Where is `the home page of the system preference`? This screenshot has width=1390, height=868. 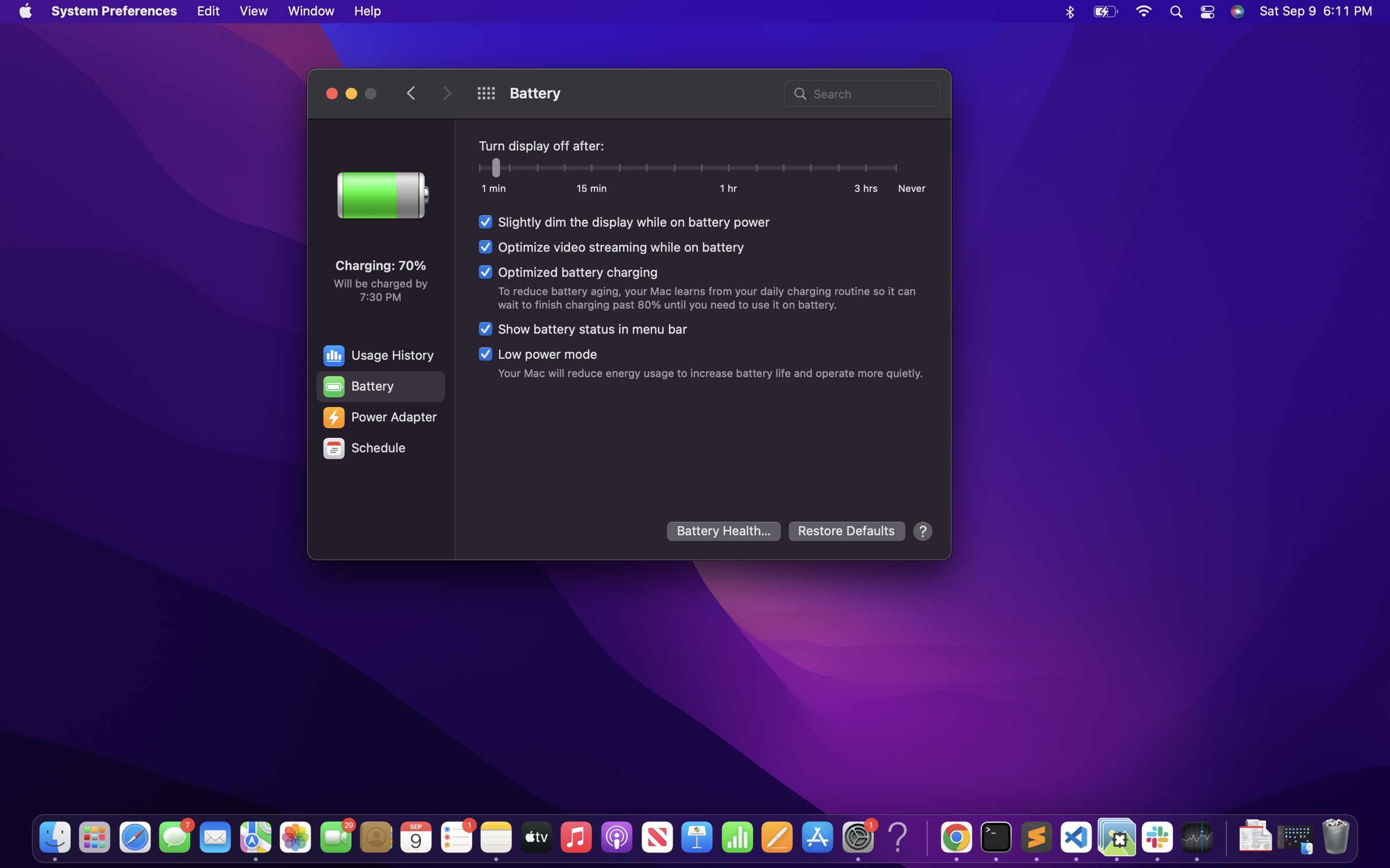
the home page of the system preference is located at coordinates (485, 93).